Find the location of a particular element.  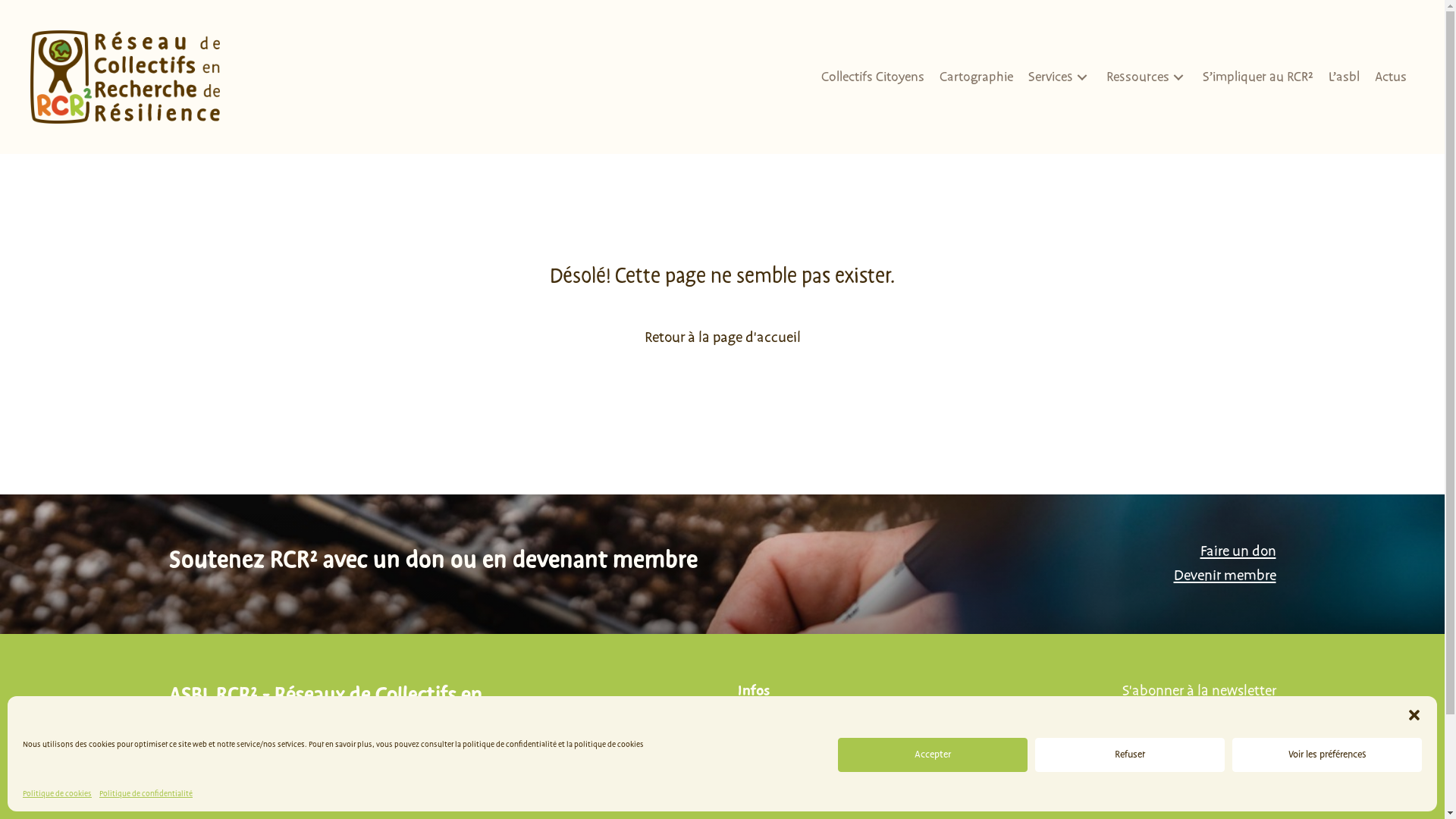

'Cartographie' is located at coordinates (976, 77).